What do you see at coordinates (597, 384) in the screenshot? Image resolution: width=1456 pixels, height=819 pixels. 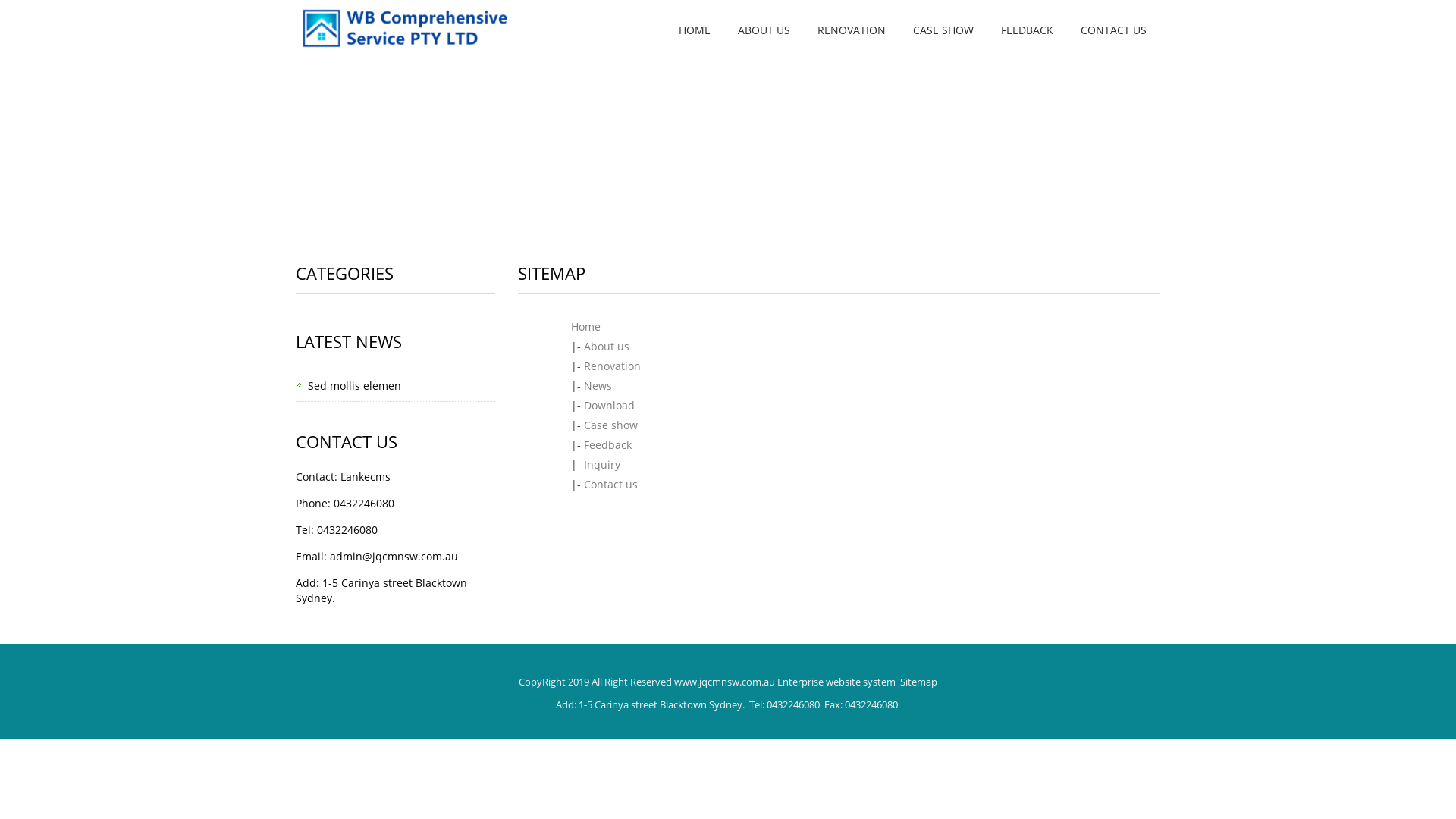 I see `'News'` at bounding box center [597, 384].